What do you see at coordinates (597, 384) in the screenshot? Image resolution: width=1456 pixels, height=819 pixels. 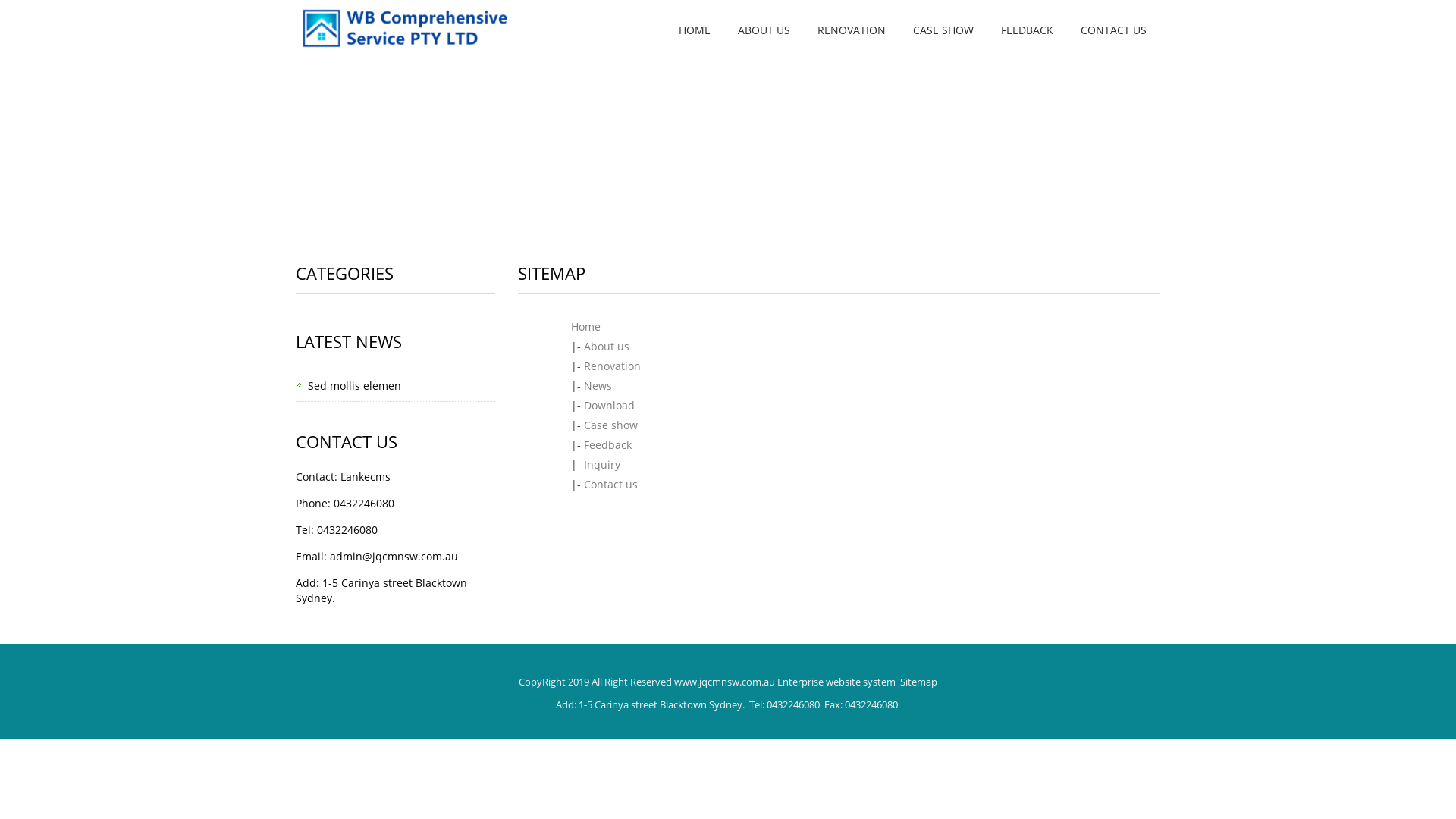 I see `'News'` at bounding box center [597, 384].